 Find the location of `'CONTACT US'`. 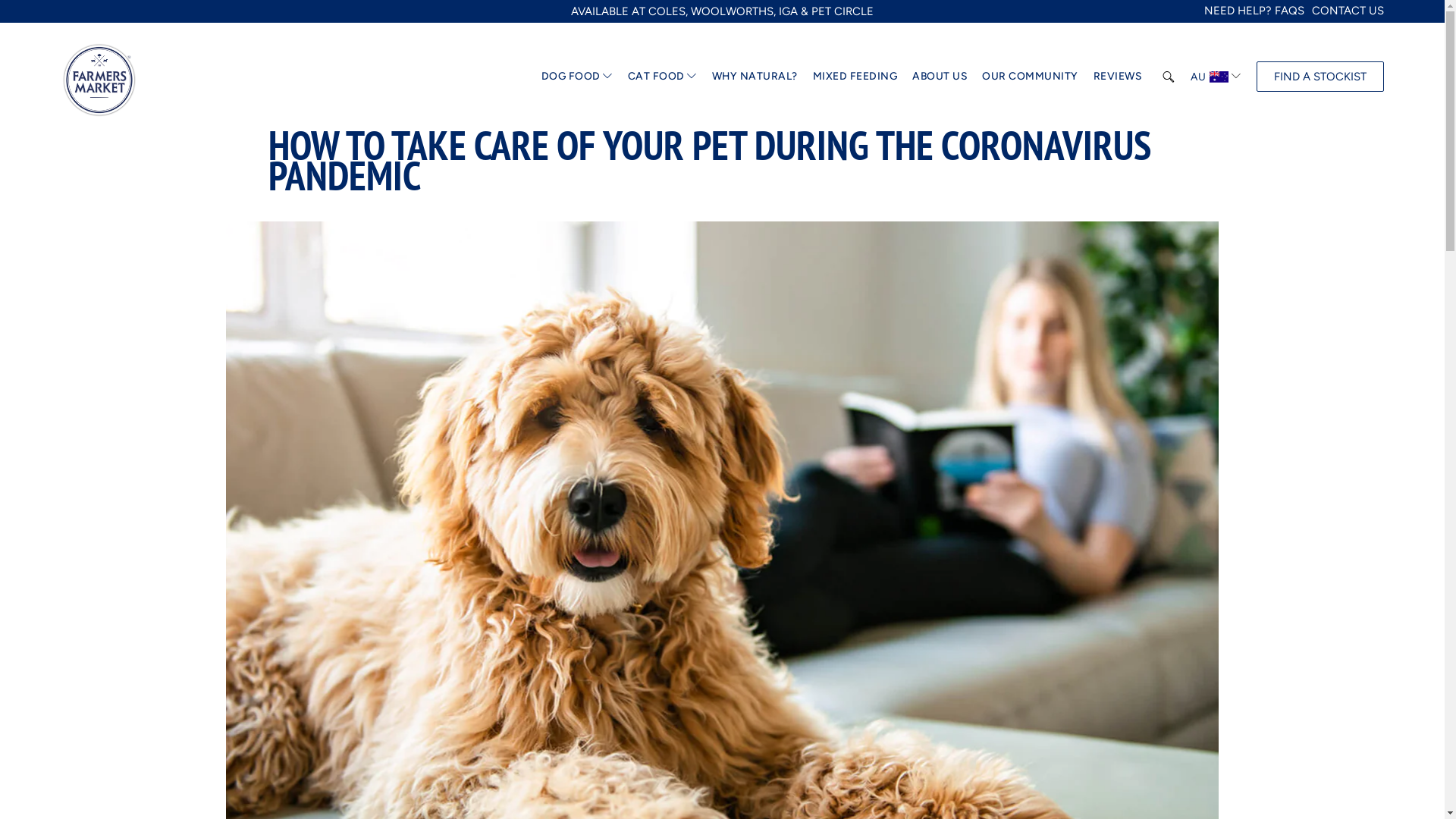

'CONTACT US' is located at coordinates (1348, 11).